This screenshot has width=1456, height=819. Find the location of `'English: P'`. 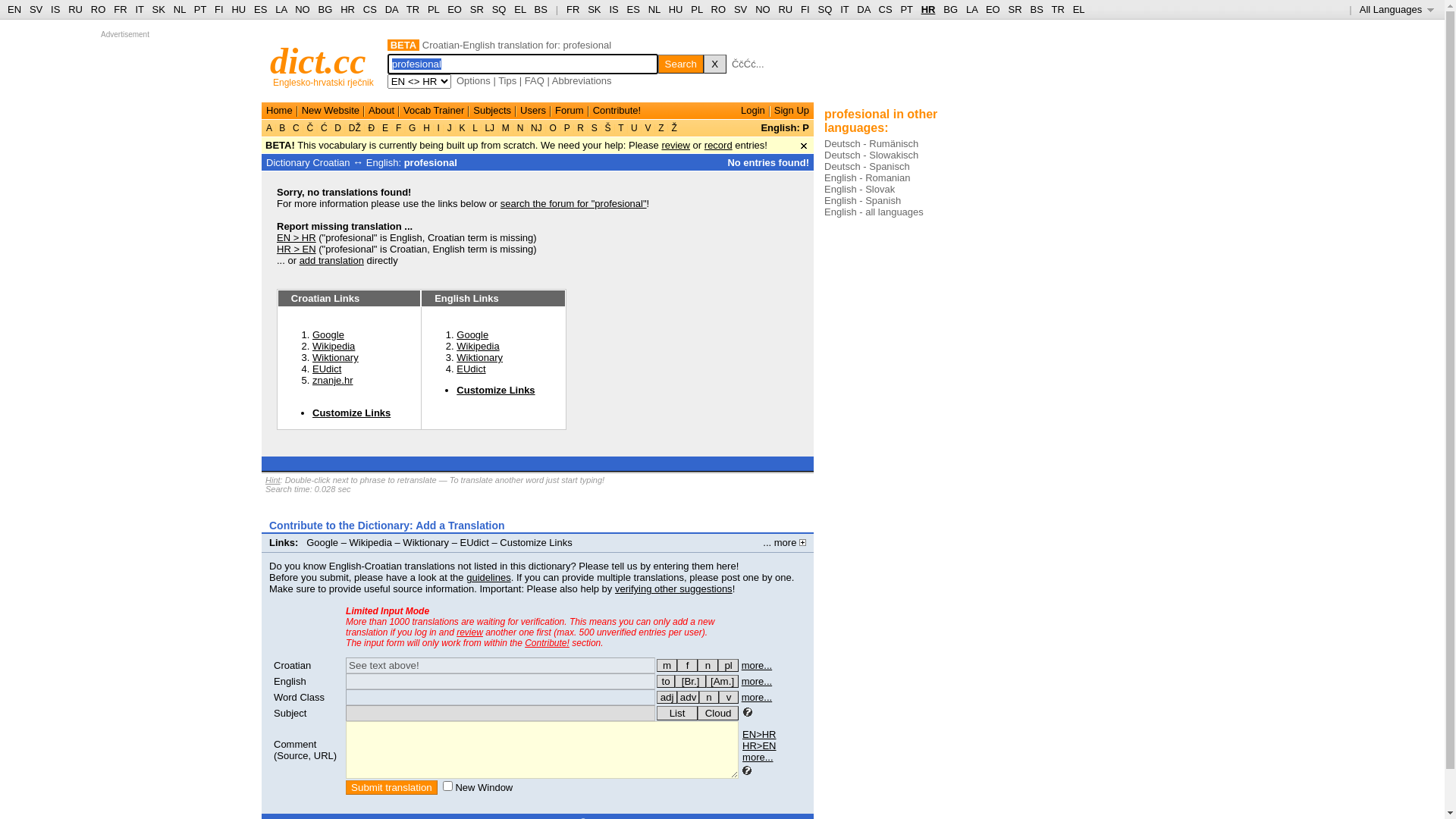

'English: P' is located at coordinates (785, 127).